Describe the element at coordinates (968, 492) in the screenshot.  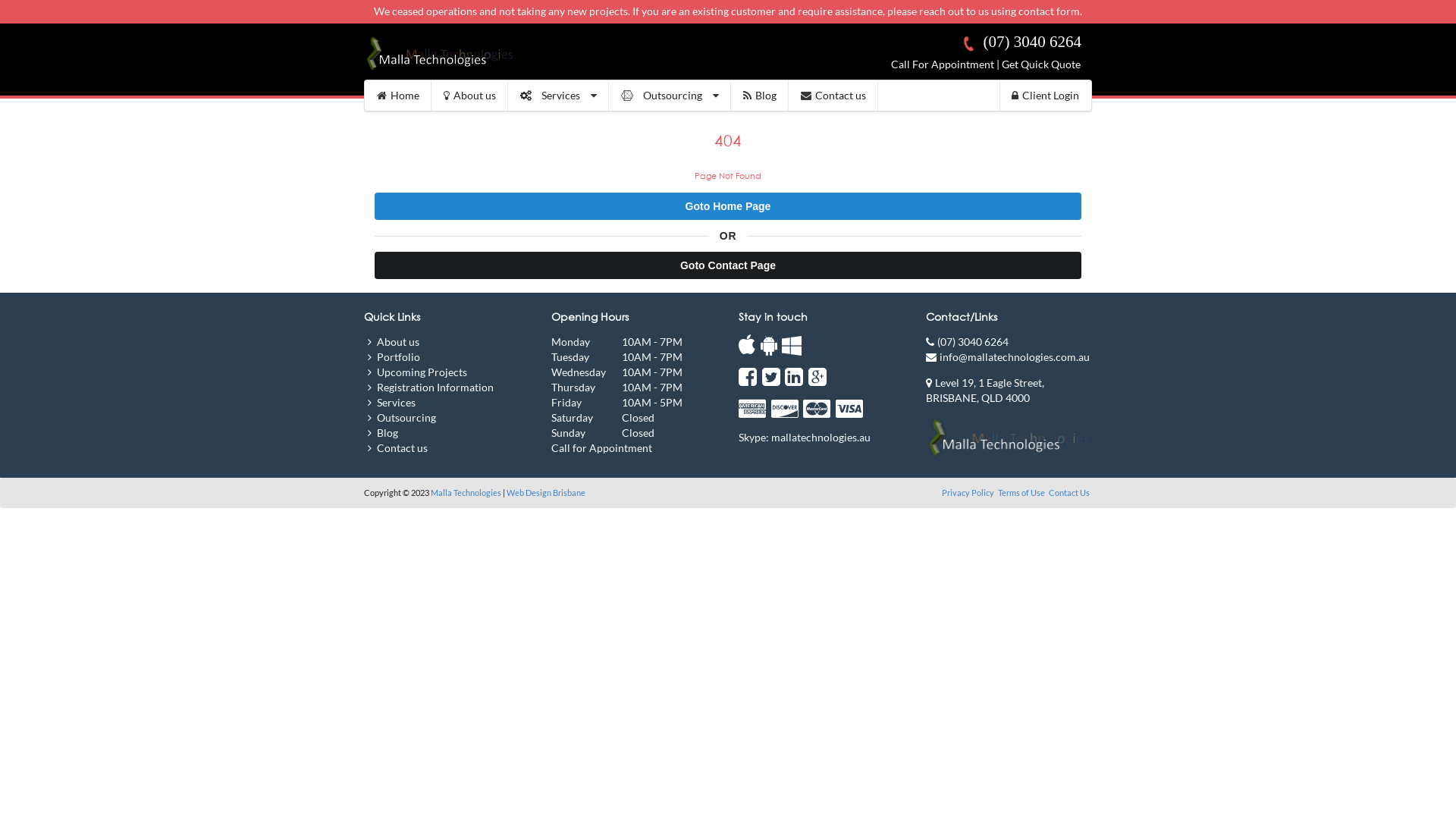
I see `'Privacy Policy'` at that location.